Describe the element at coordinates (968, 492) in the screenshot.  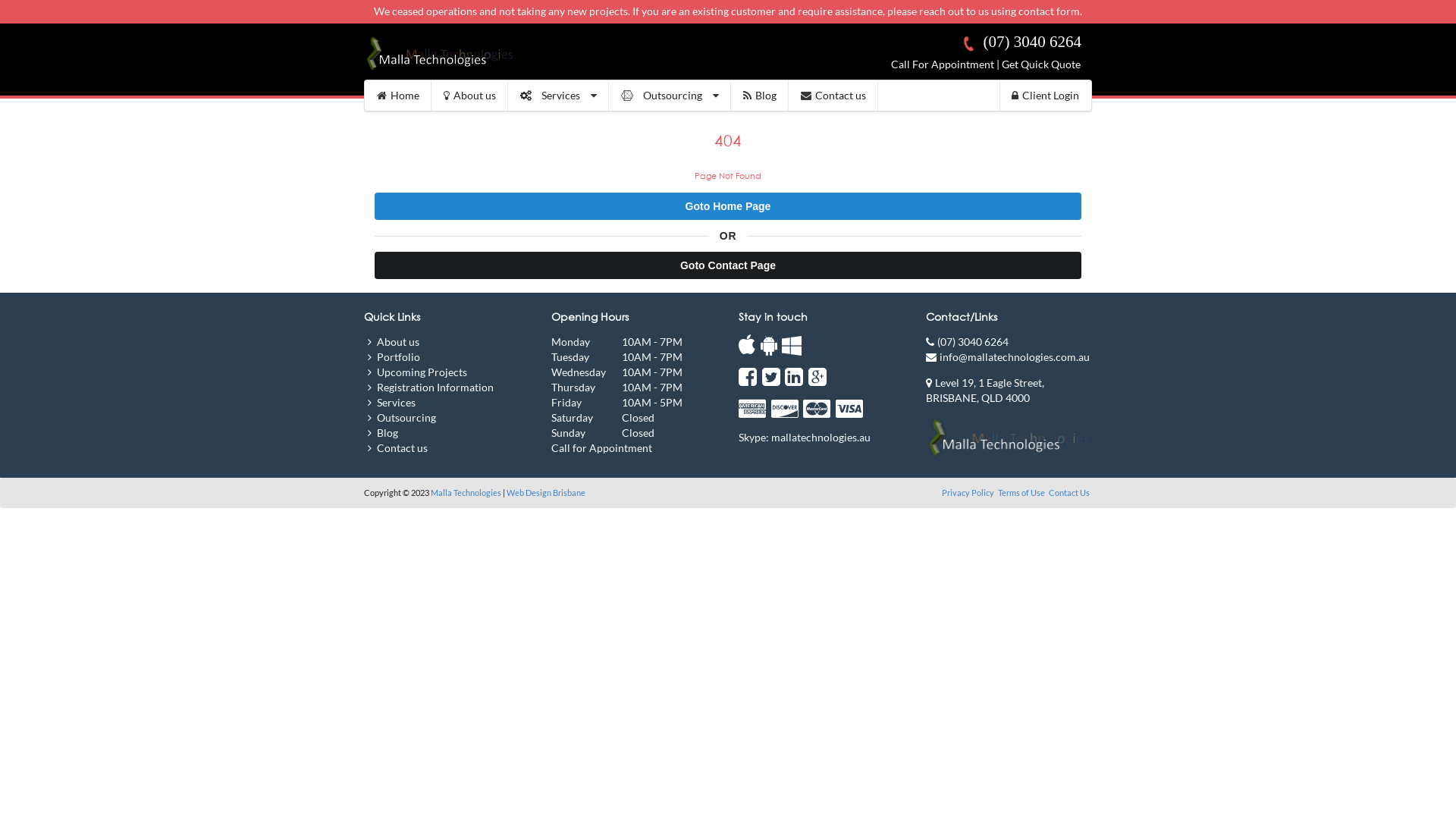
I see `'Privacy Policy'` at that location.